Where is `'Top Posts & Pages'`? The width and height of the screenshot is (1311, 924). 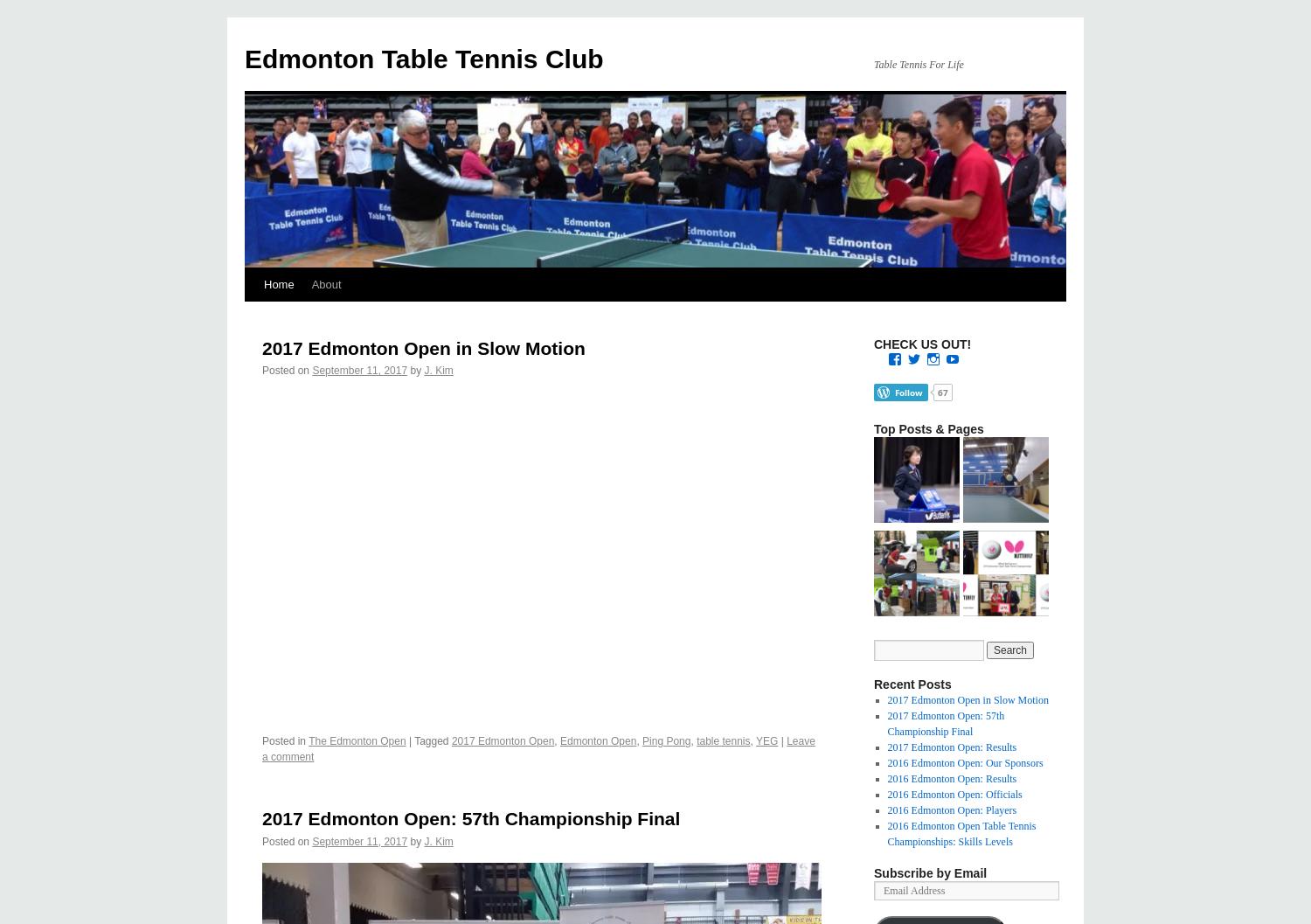 'Top Posts & Pages' is located at coordinates (928, 428).